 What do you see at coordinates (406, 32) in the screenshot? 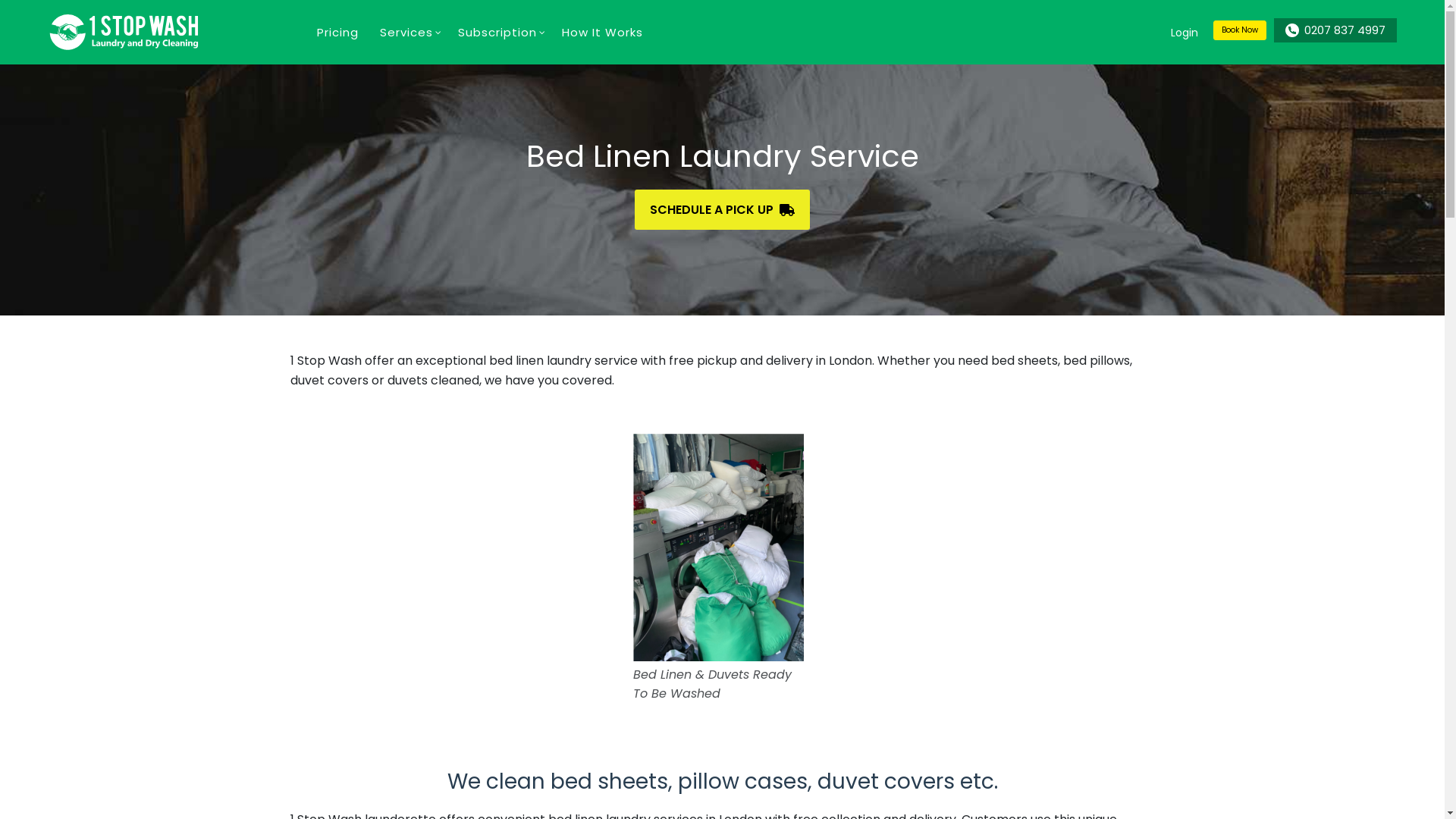
I see `'Services'` at bounding box center [406, 32].